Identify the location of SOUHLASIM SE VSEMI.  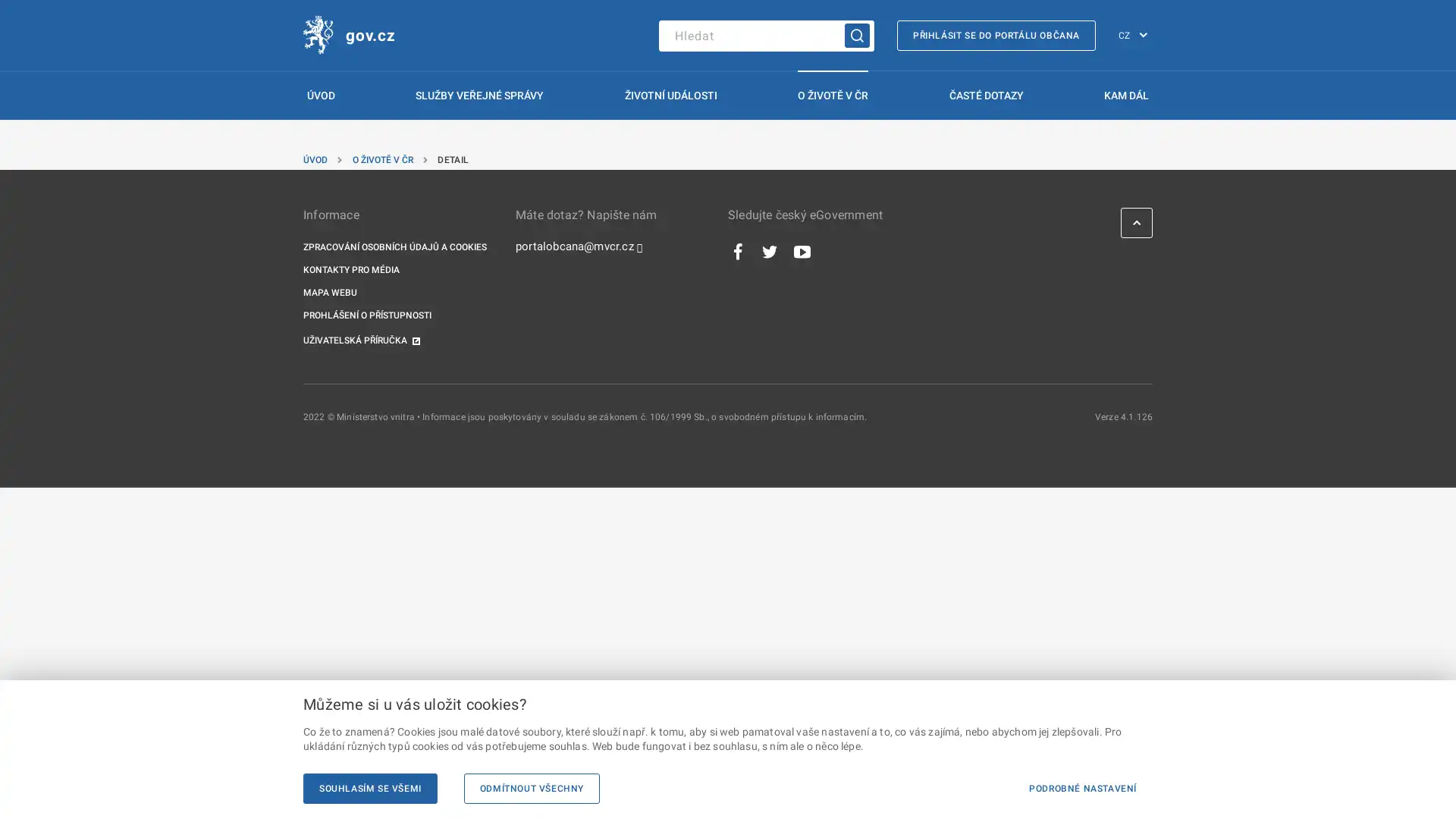
(370, 788).